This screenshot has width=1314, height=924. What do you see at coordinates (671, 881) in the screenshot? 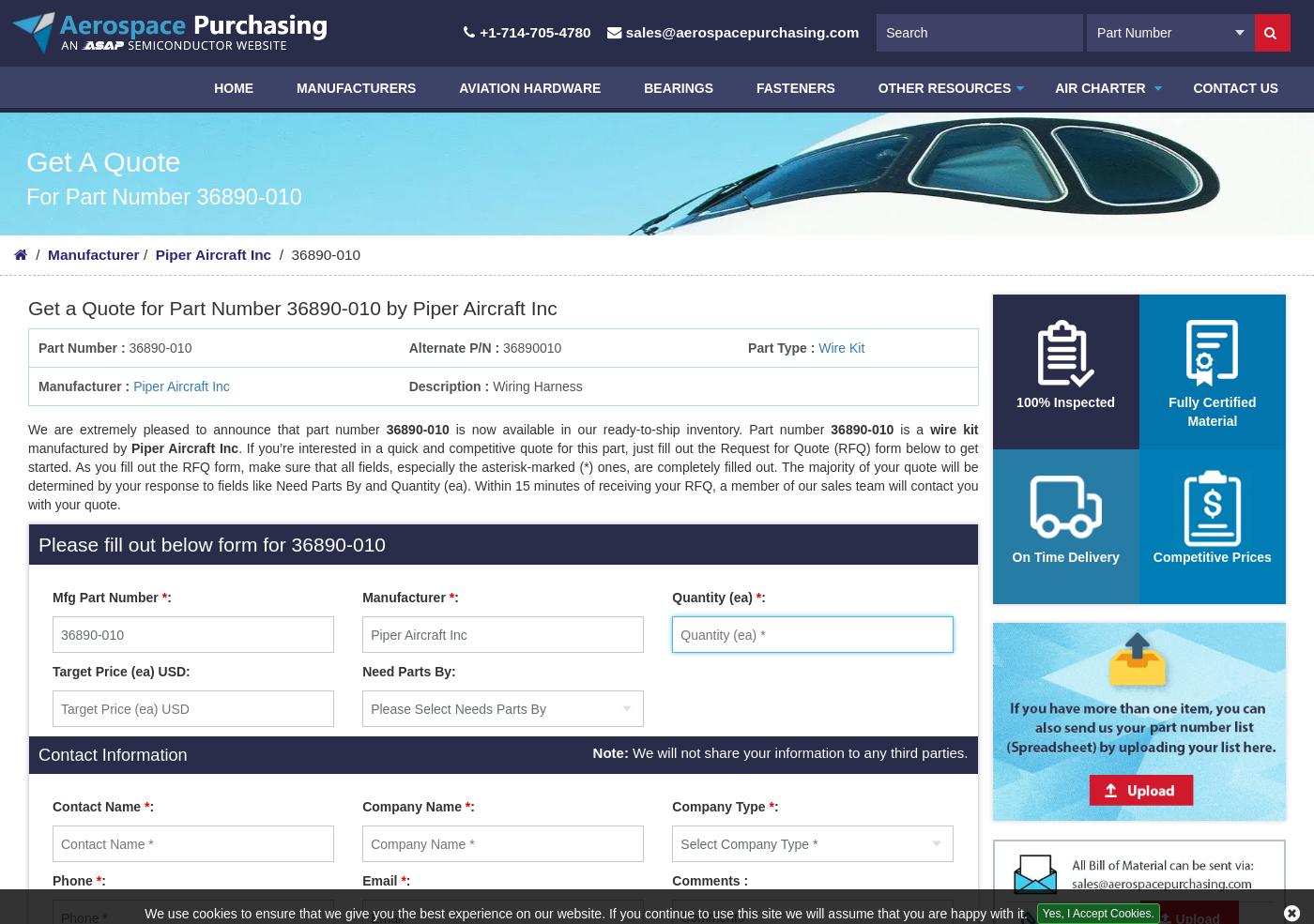
I see `'Comments :'` at bounding box center [671, 881].